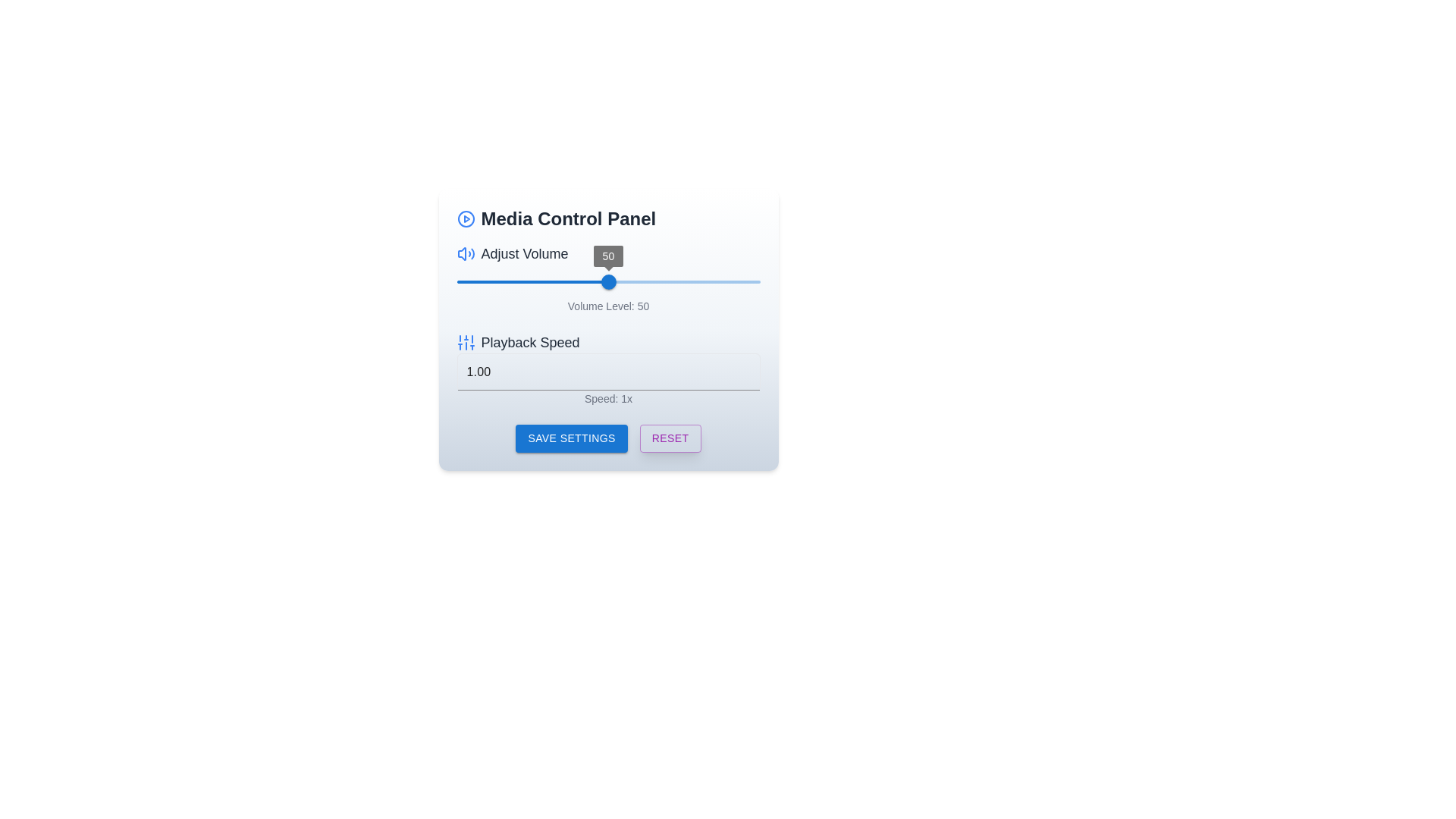  Describe the element at coordinates (465, 219) in the screenshot. I see `the SVG Circle that serves as the circular boundary of the play button icon located in the 'Media Control Panel' header area` at that location.